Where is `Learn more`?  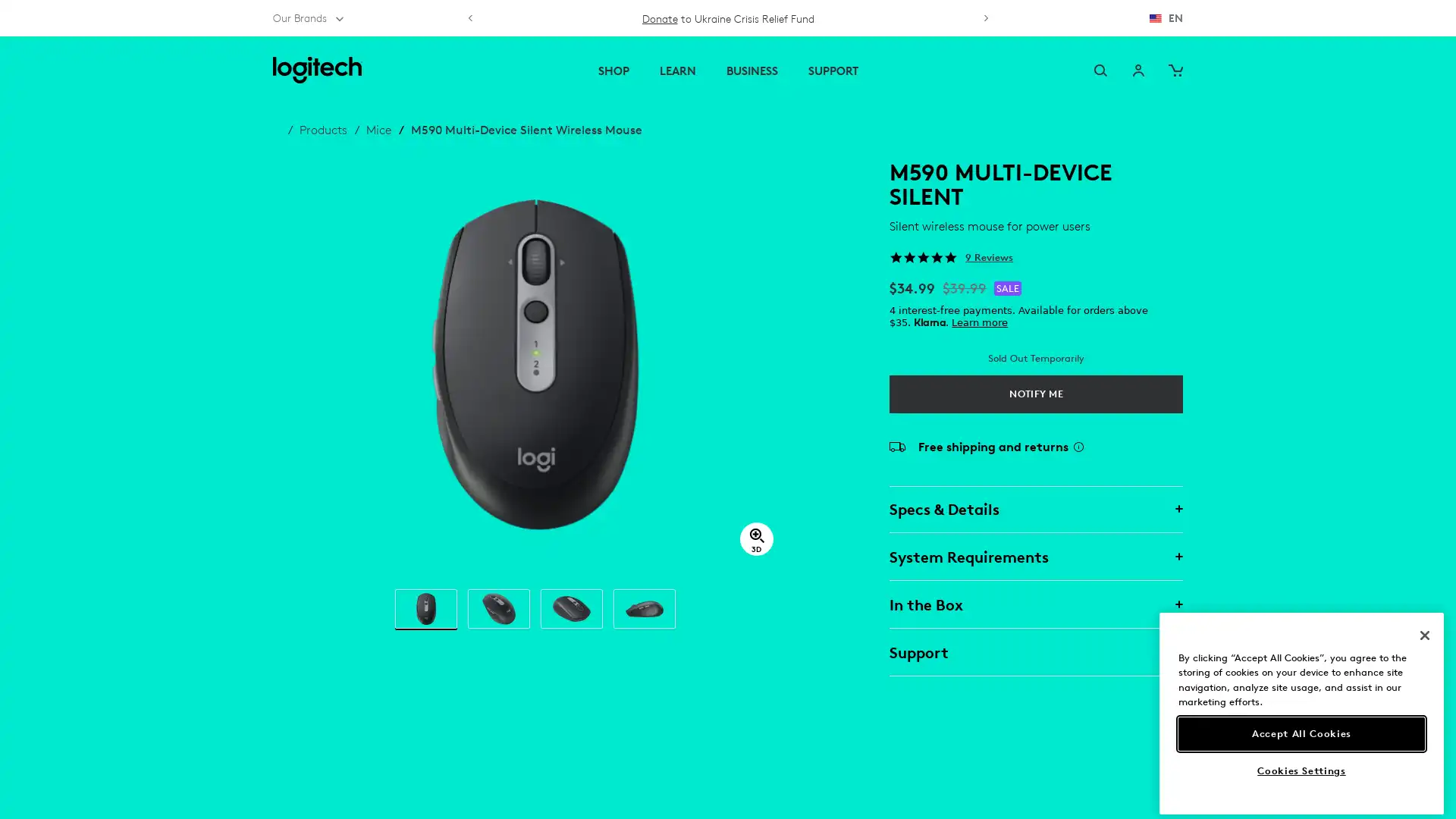
Learn more is located at coordinates (979, 322).